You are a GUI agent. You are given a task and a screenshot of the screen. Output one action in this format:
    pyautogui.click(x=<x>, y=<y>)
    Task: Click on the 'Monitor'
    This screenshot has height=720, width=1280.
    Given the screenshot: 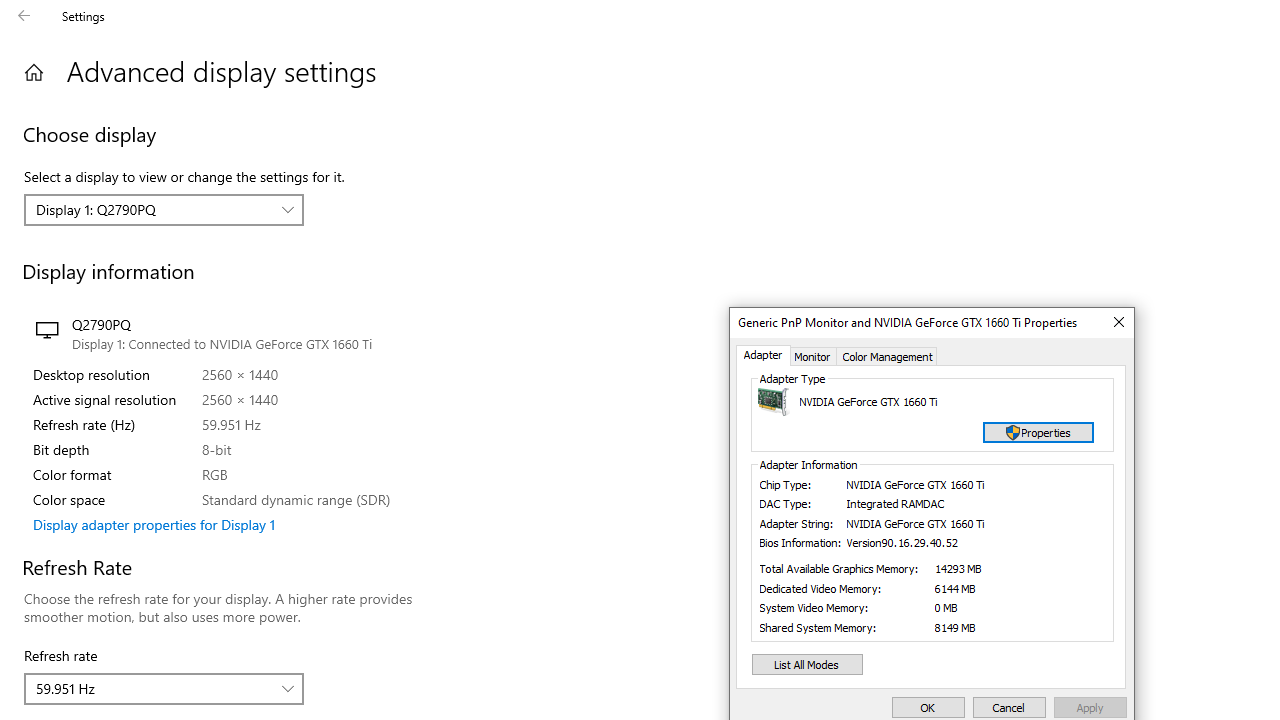 What is the action you would take?
    pyautogui.click(x=812, y=355)
    